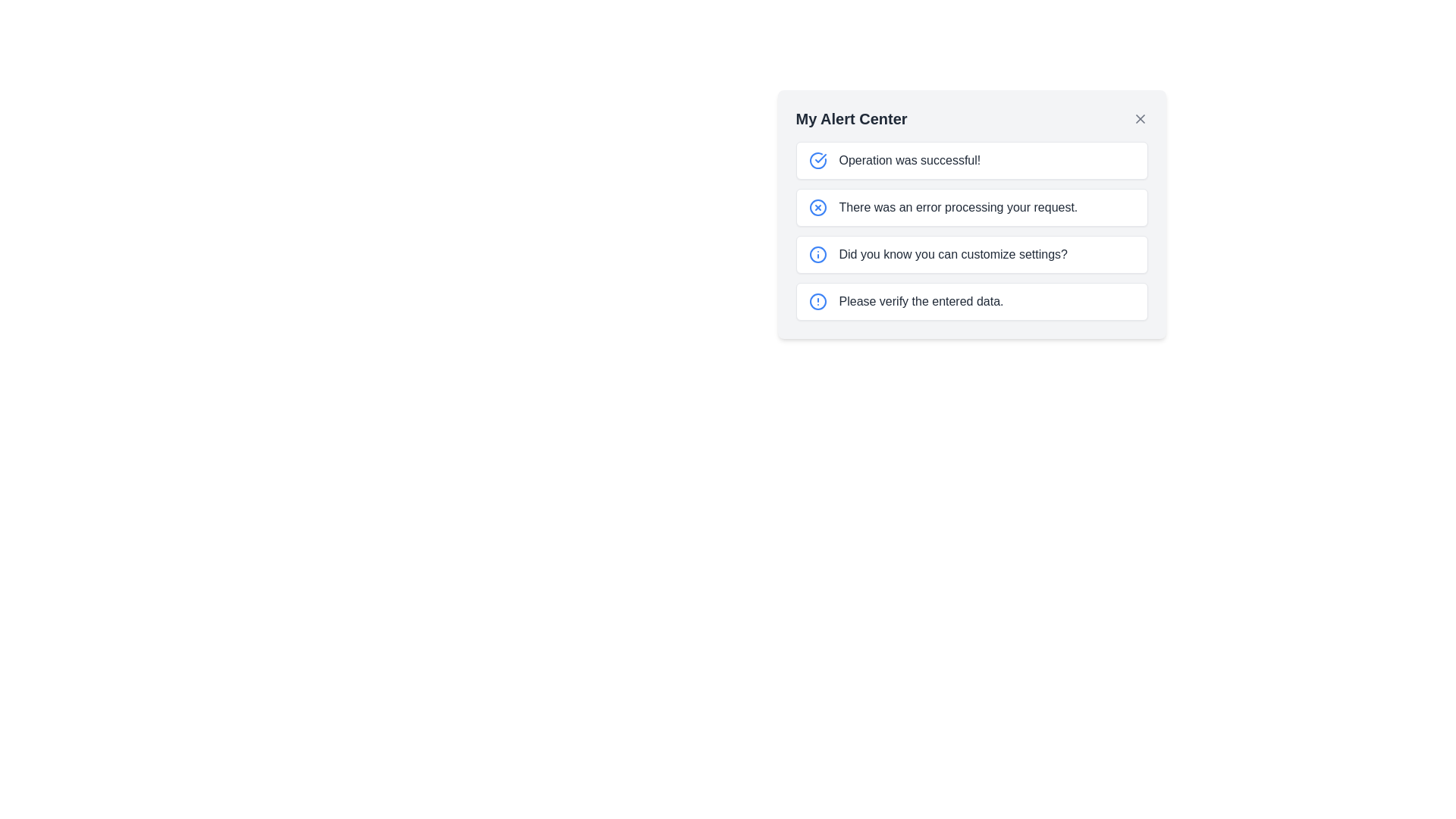 This screenshot has height=819, width=1456. Describe the element at coordinates (817, 207) in the screenshot. I see `the circular SVG element that is part of the alert icon for the message 'There was an error processing your request.'` at that location.